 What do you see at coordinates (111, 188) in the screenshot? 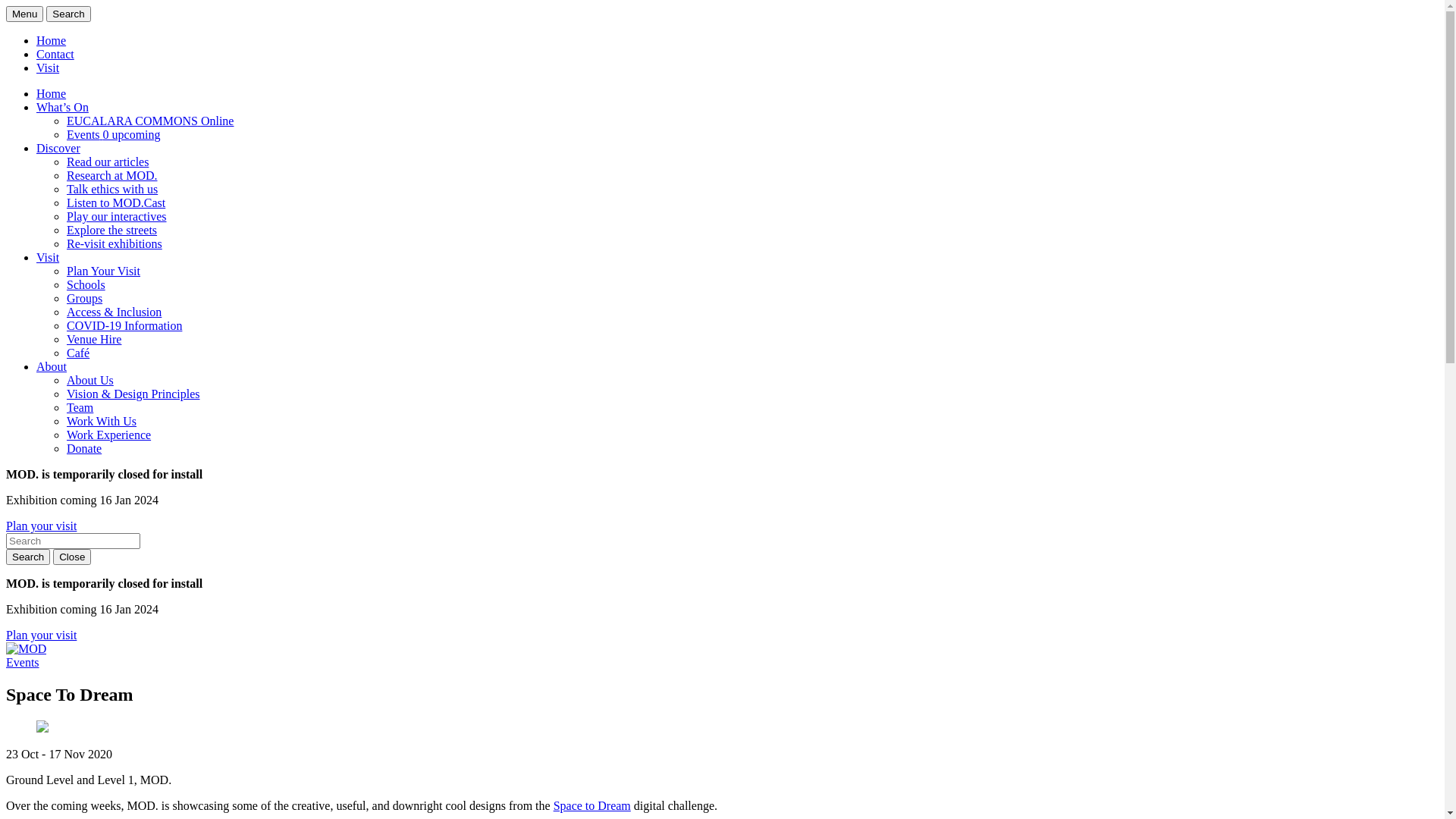
I see `'Talk ethics with us'` at bounding box center [111, 188].